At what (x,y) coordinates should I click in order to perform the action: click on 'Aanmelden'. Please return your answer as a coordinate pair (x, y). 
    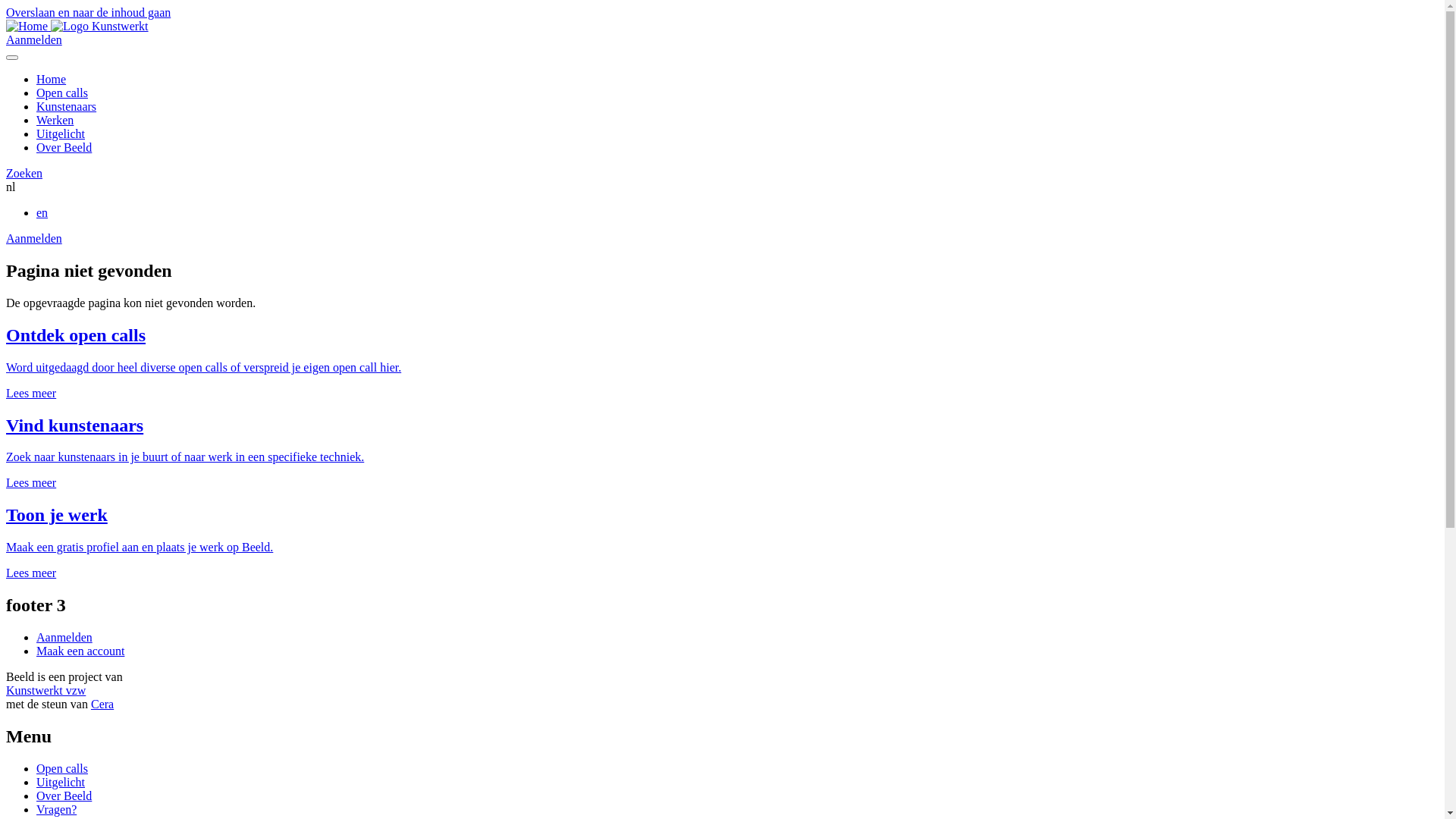
    Looking at the image, I should click on (64, 637).